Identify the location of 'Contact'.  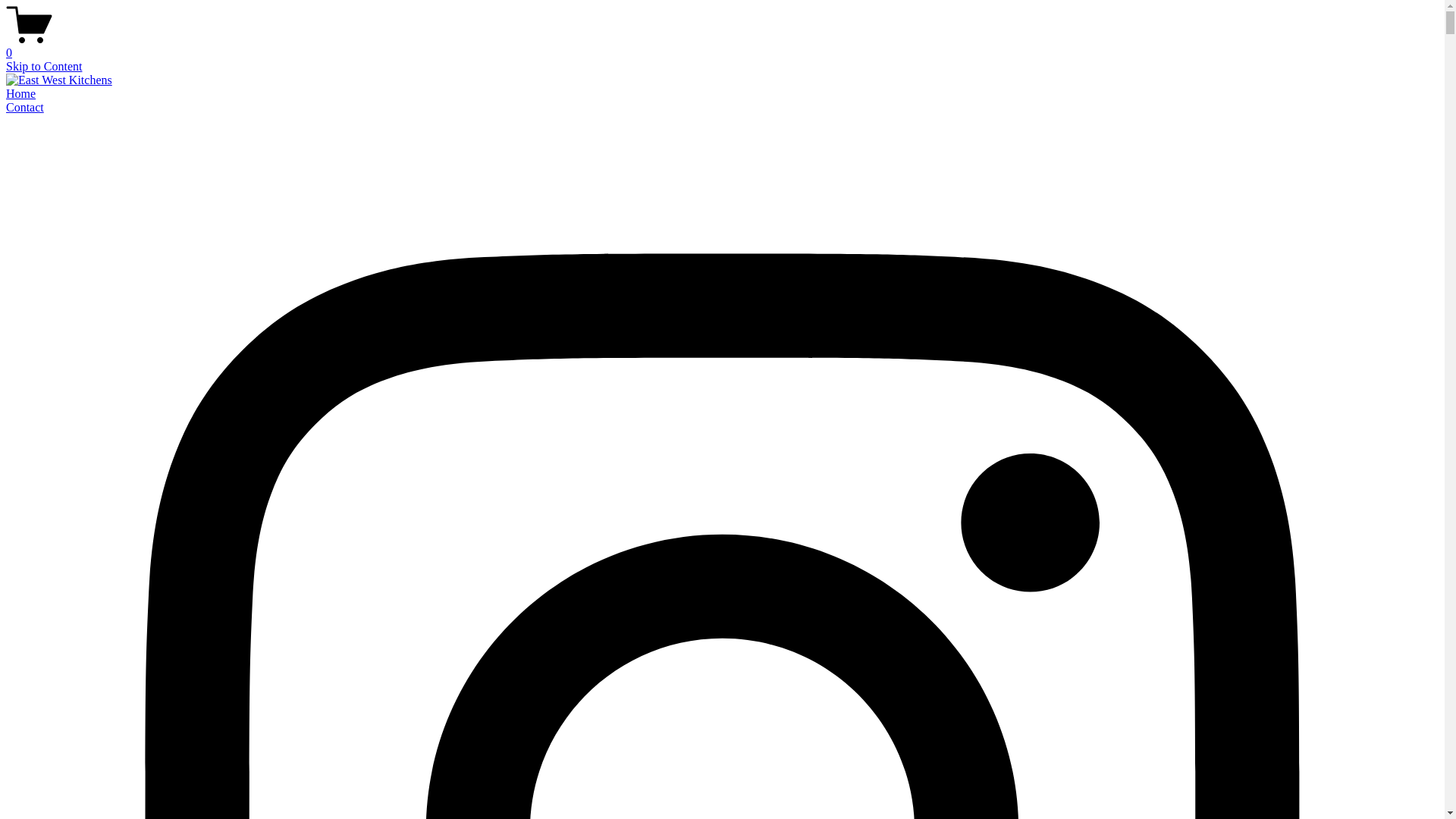
(6, 106).